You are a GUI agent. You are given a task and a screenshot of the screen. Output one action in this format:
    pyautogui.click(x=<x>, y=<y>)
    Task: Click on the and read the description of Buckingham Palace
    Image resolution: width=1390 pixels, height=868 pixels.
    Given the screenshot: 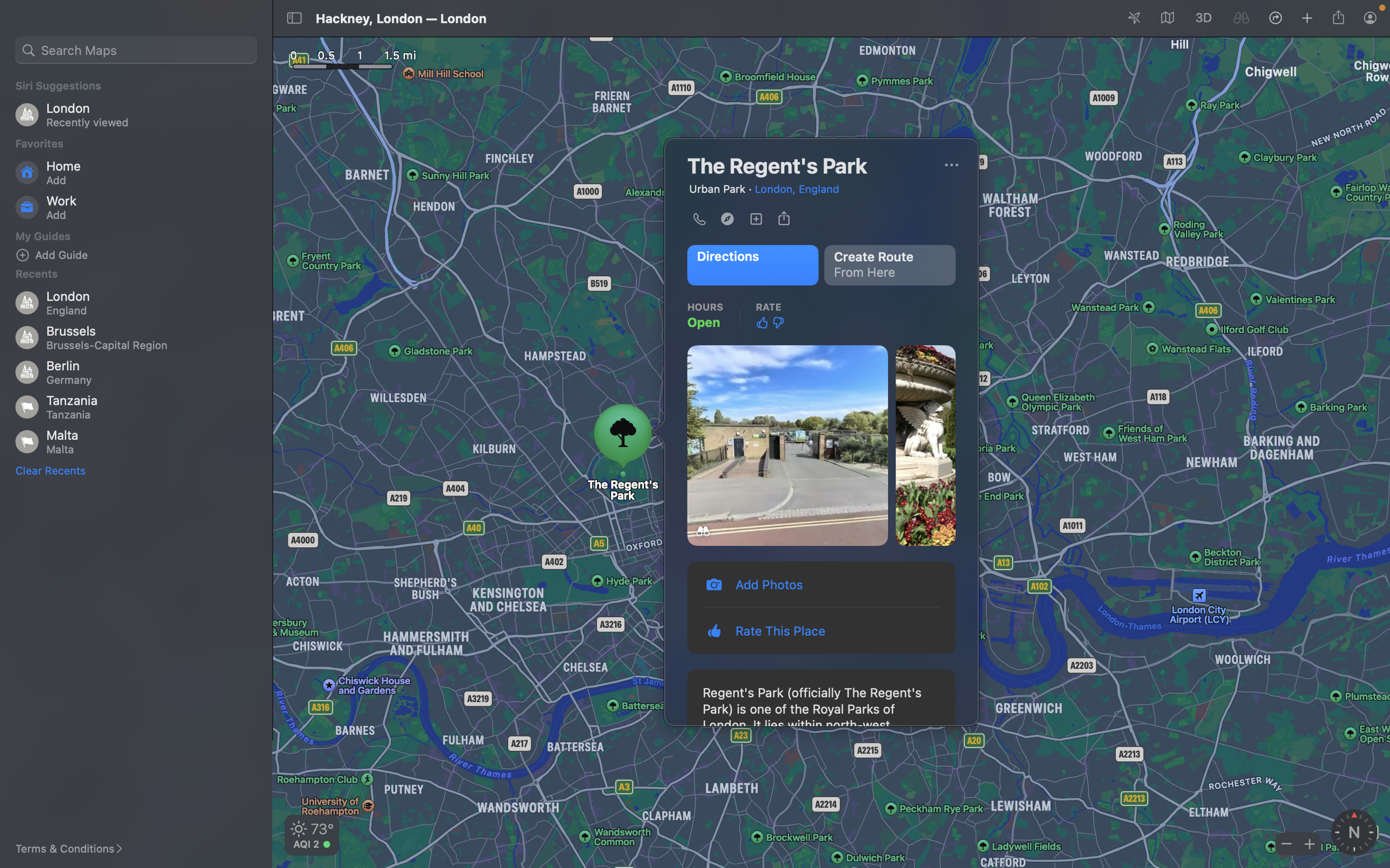 What is the action you would take?
    pyautogui.click(x=2366475, y=810278)
    